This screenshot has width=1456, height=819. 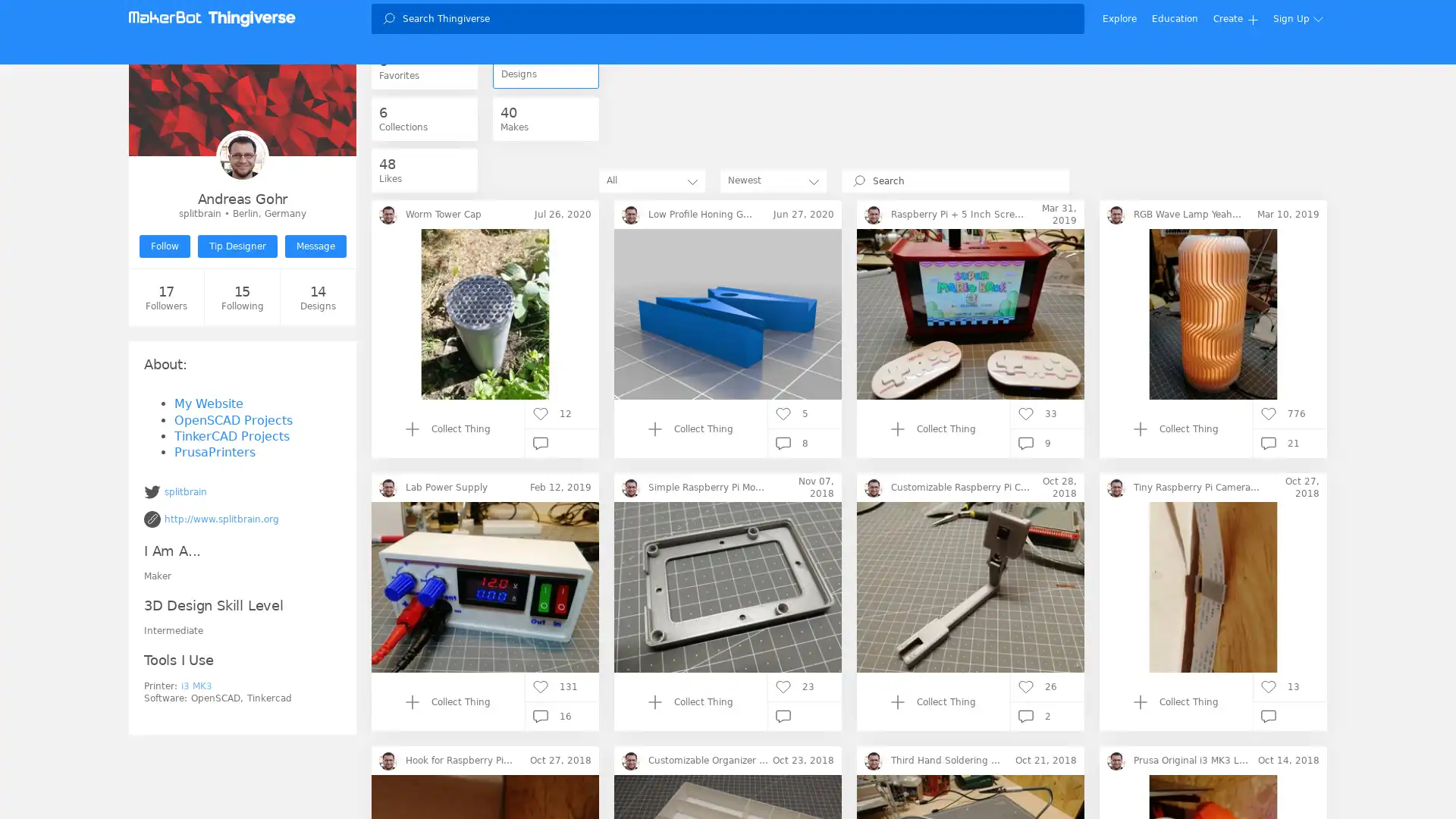 What do you see at coordinates (1119, 18) in the screenshot?
I see `Explore` at bounding box center [1119, 18].